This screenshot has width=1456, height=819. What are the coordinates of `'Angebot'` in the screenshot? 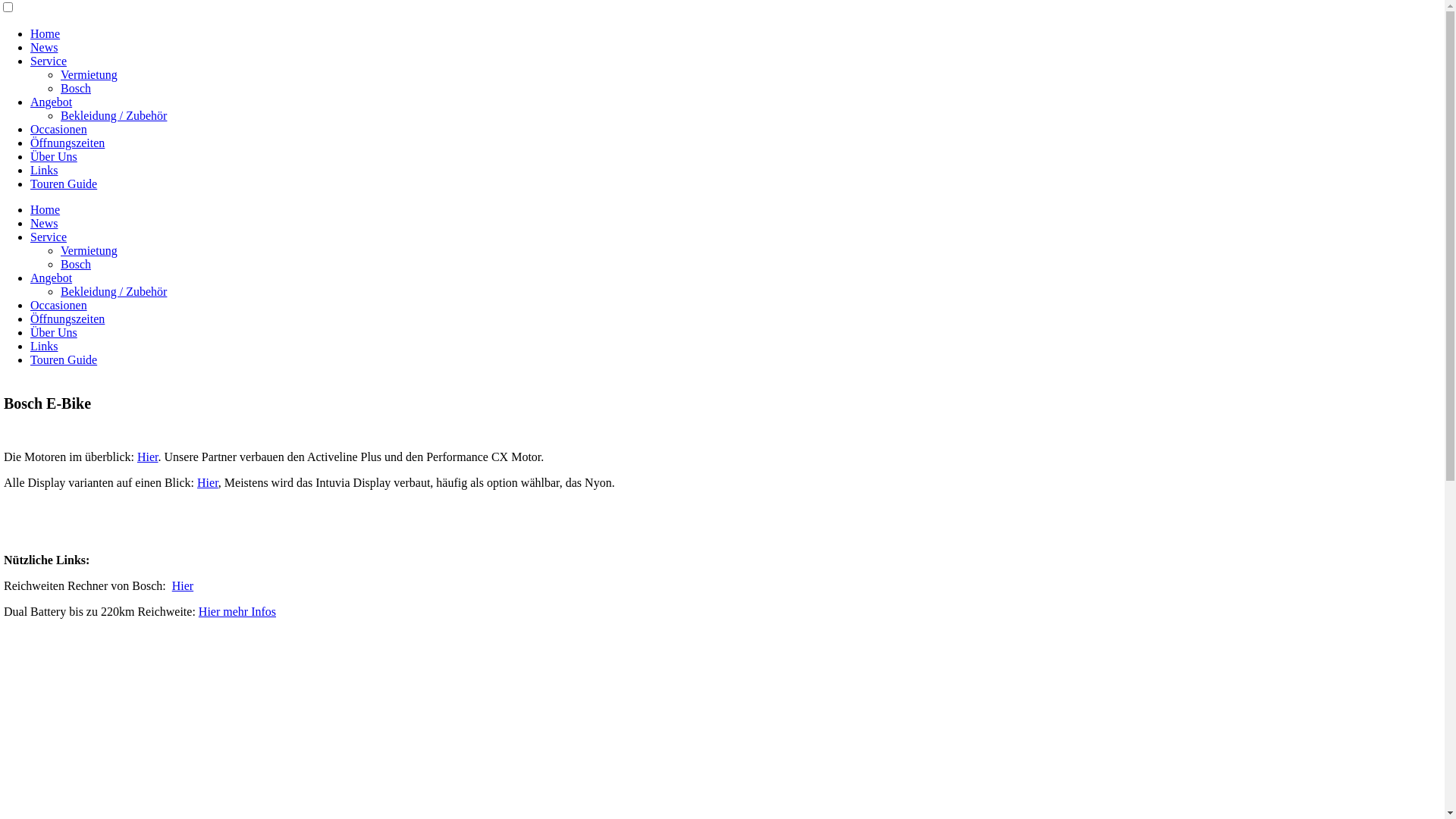 It's located at (51, 102).